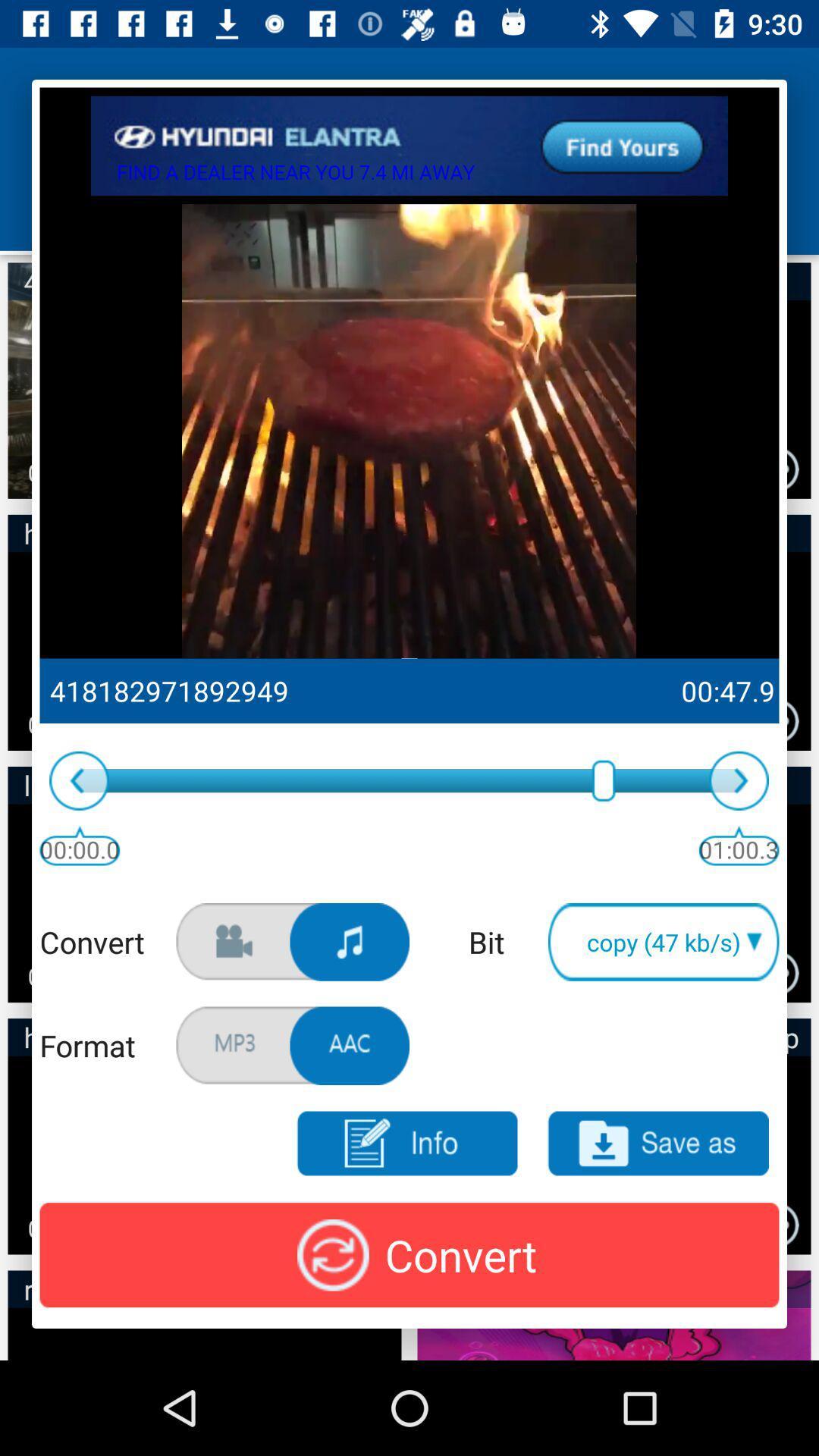 This screenshot has height=1456, width=819. Describe the element at coordinates (409, 146) in the screenshot. I see `advertisements` at that location.